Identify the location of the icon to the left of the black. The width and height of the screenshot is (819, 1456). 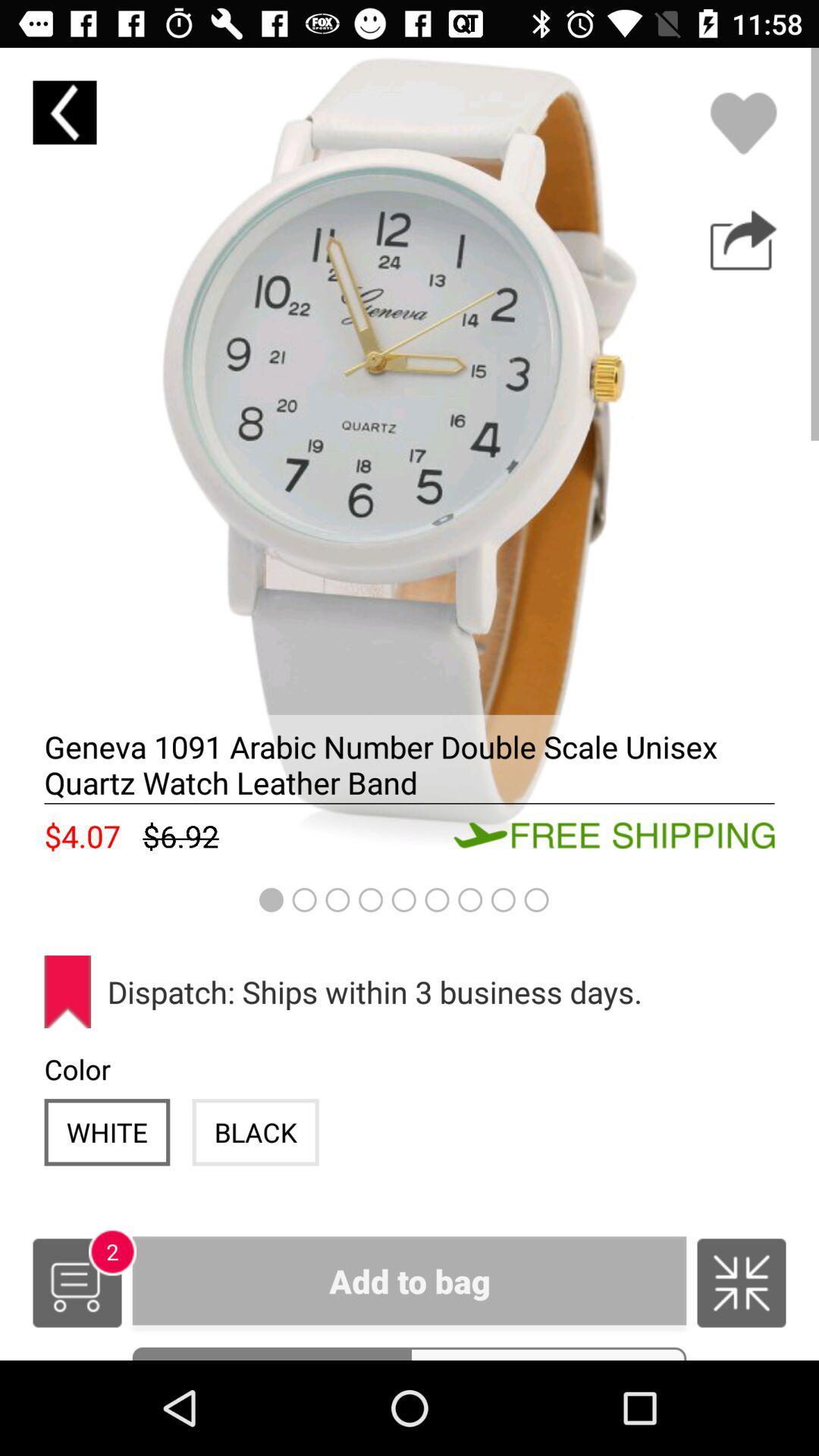
(106, 1132).